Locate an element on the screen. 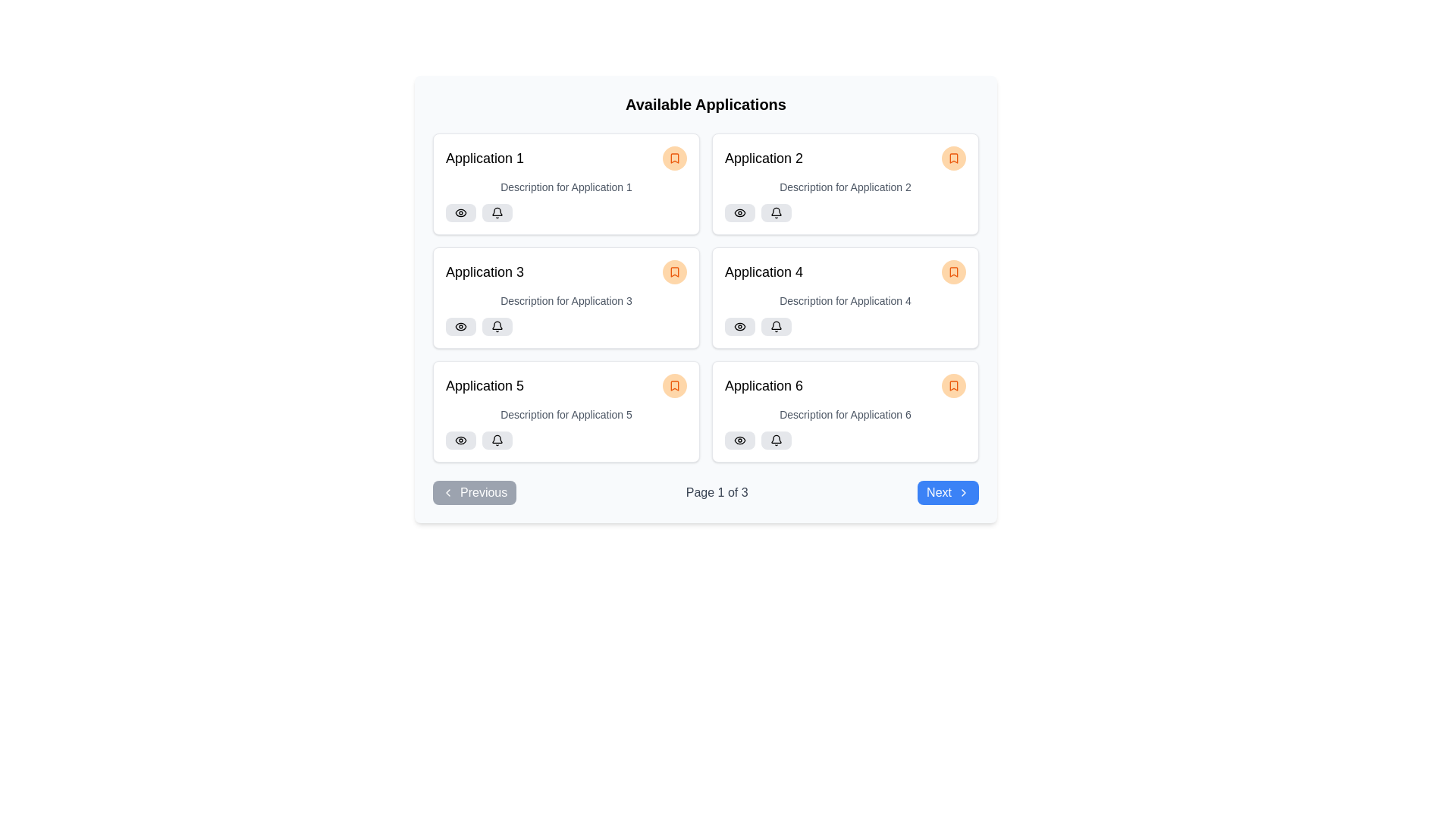  the static text UI component displaying the title 'Available Applications', which is bold and centered at the top of the section containing application cards is located at coordinates (705, 104).